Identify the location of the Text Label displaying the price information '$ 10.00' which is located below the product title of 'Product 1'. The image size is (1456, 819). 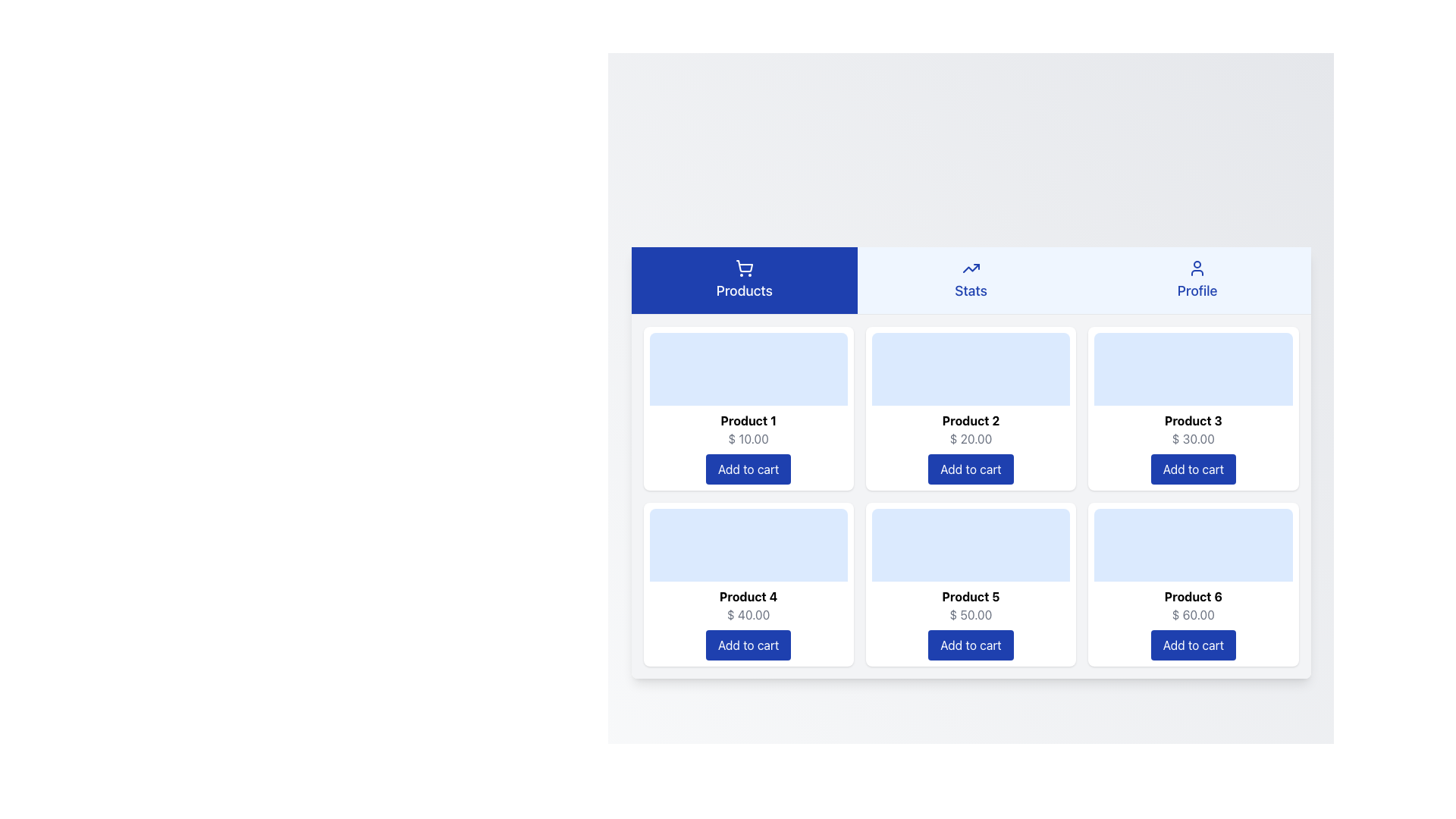
(748, 438).